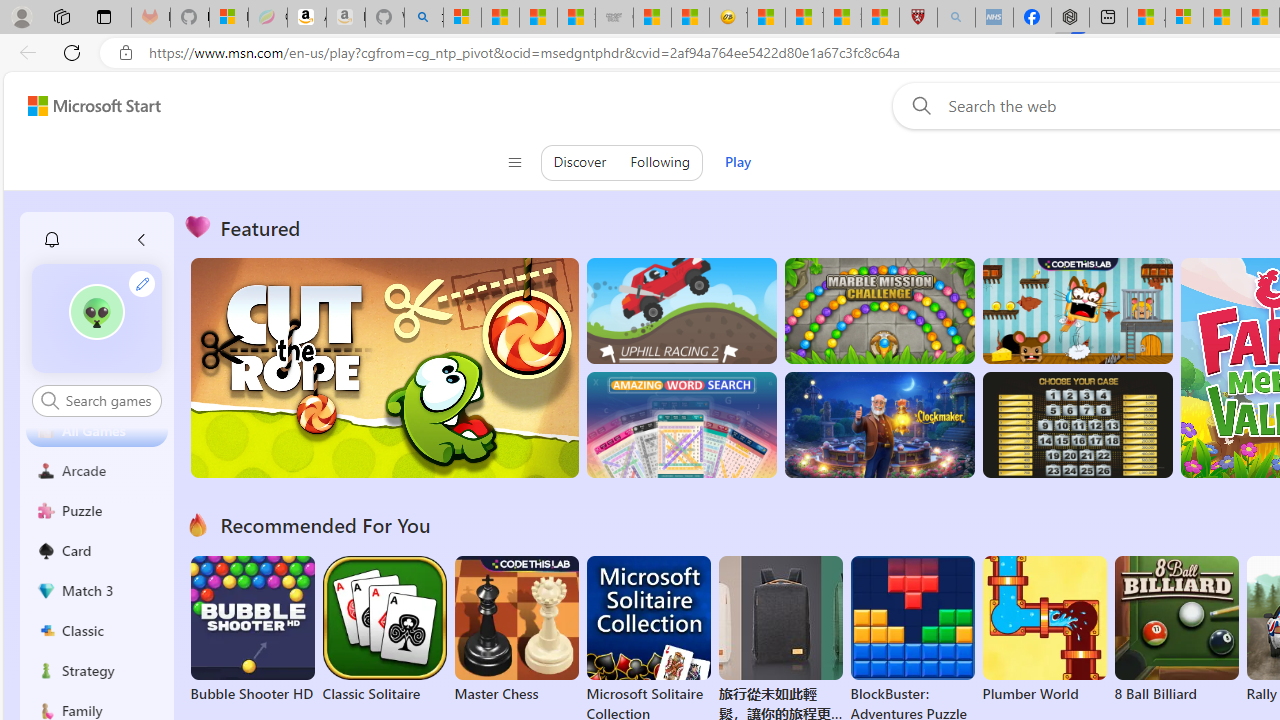 This screenshot has width=1280, height=720. Describe the element at coordinates (879, 424) in the screenshot. I see `'Clockmaker'` at that location.